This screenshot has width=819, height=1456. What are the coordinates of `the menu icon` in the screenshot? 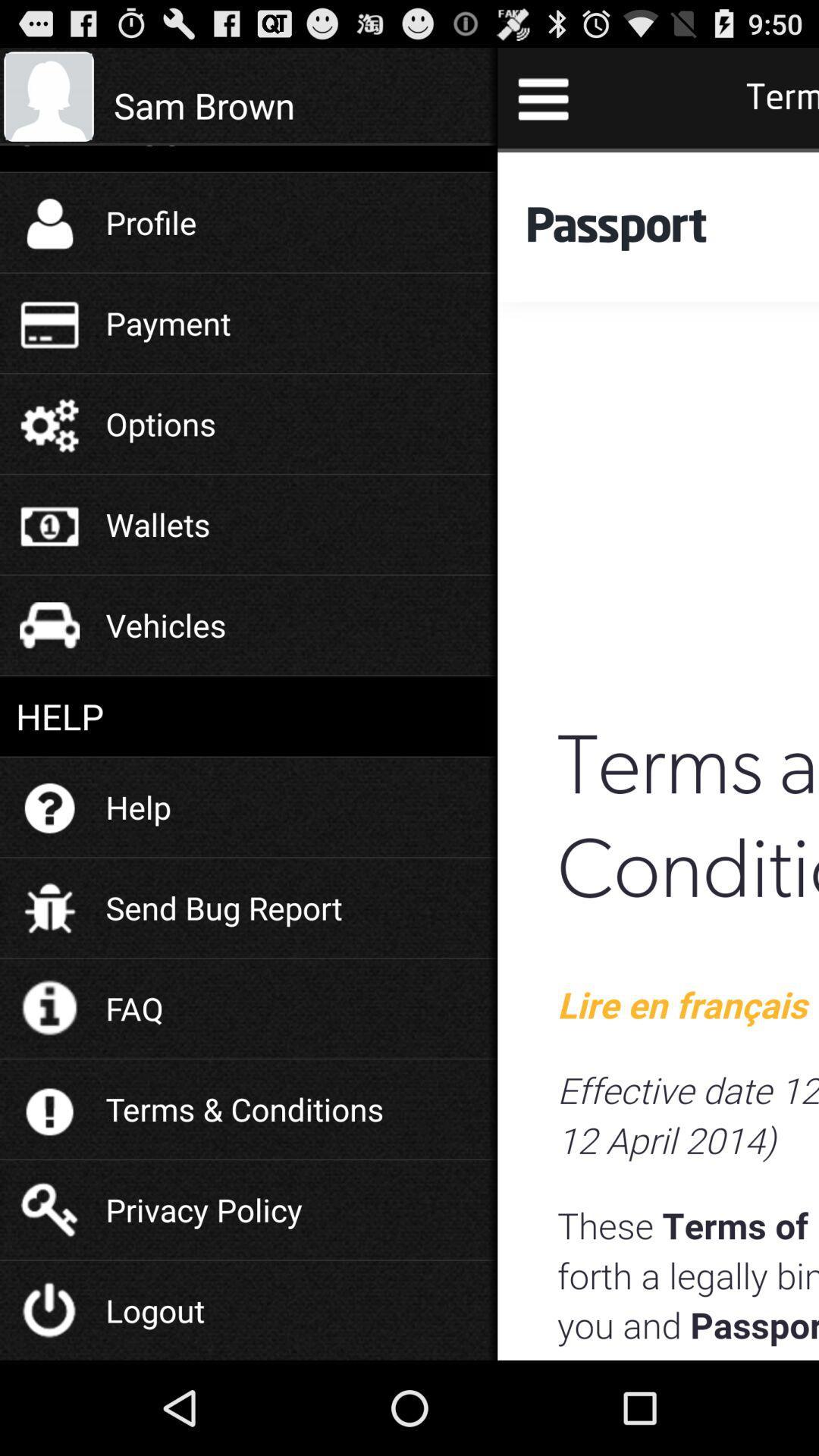 It's located at (542, 104).